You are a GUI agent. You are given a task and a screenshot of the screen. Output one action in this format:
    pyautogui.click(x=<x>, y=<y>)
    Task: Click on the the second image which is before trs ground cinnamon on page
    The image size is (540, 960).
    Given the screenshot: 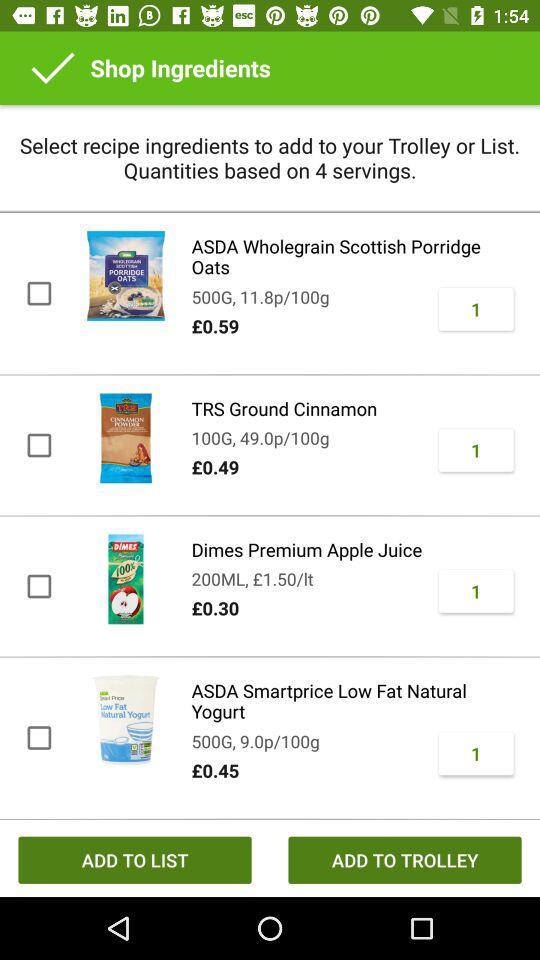 What is the action you would take?
    pyautogui.click(x=125, y=438)
    